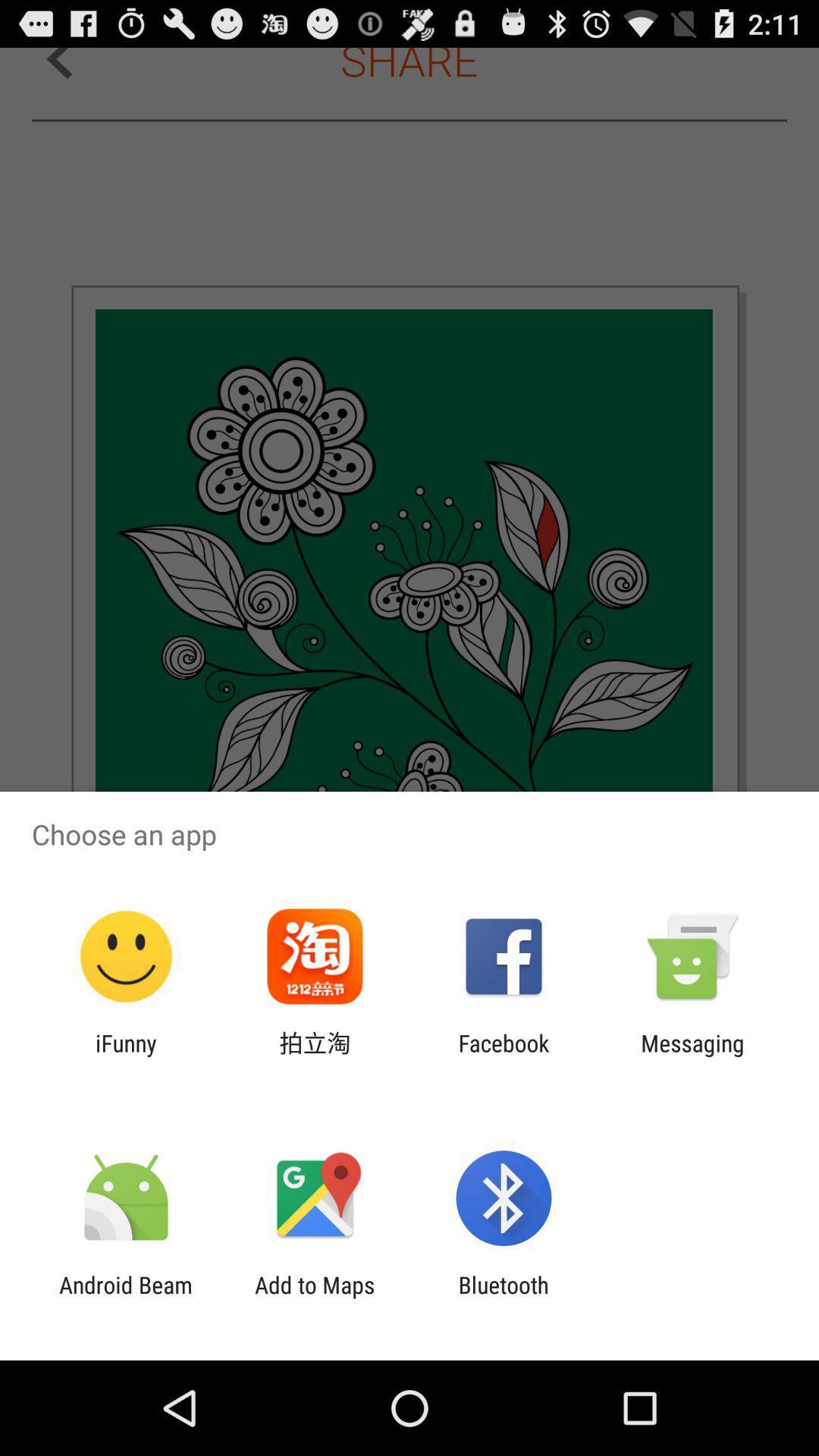 Image resolution: width=819 pixels, height=1456 pixels. What do you see at coordinates (125, 1298) in the screenshot?
I see `the android beam app` at bounding box center [125, 1298].